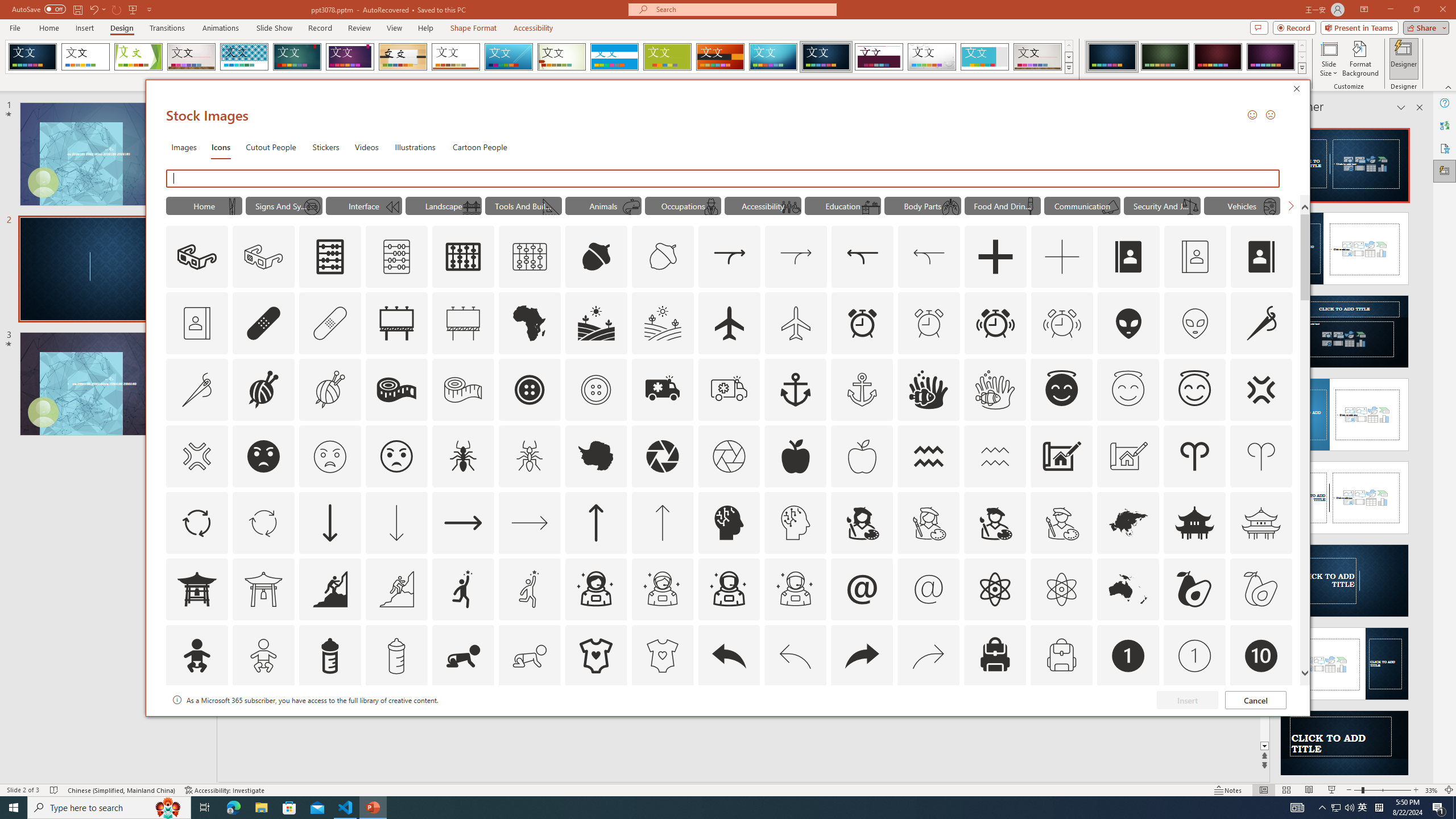  I want to click on 'AutomationID: Icons_3dGlasses', so click(197, 257).